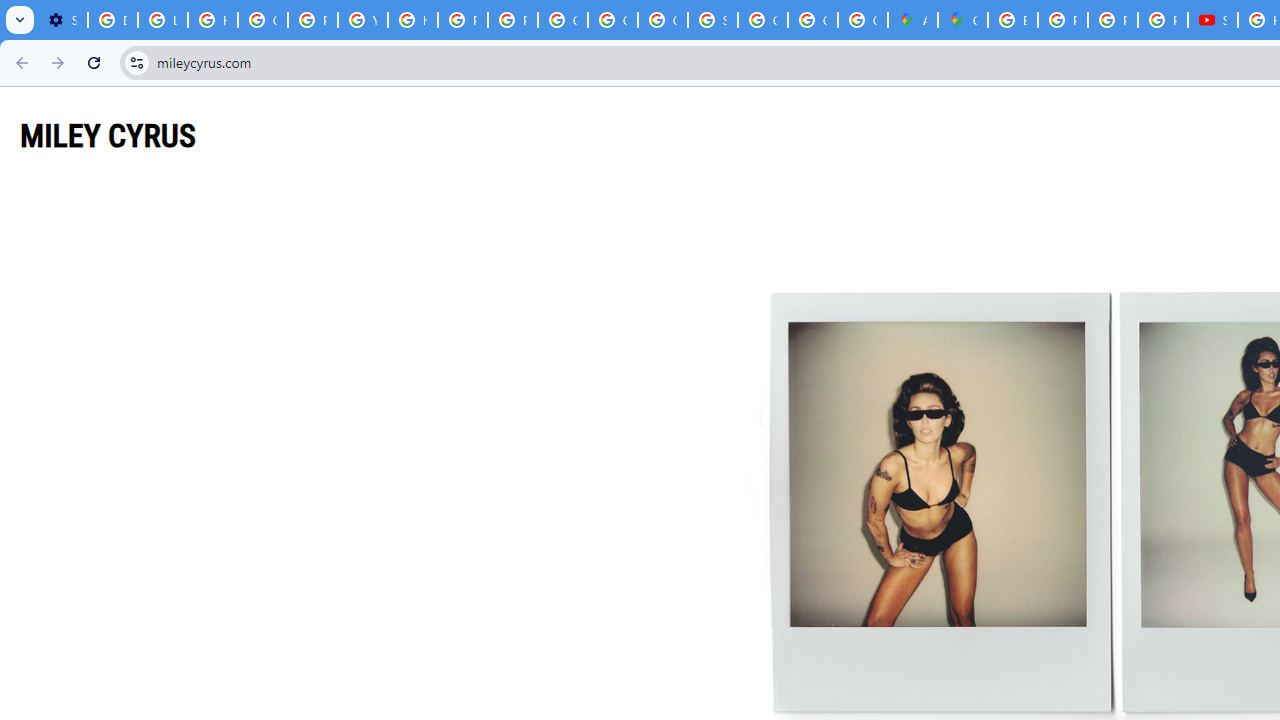 The width and height of the screenshot is (1280, 720). Describe the element at coordinates (1062, 20) in the screenshot. I see `'Privacy Help Center - Policies Help'` at that location.